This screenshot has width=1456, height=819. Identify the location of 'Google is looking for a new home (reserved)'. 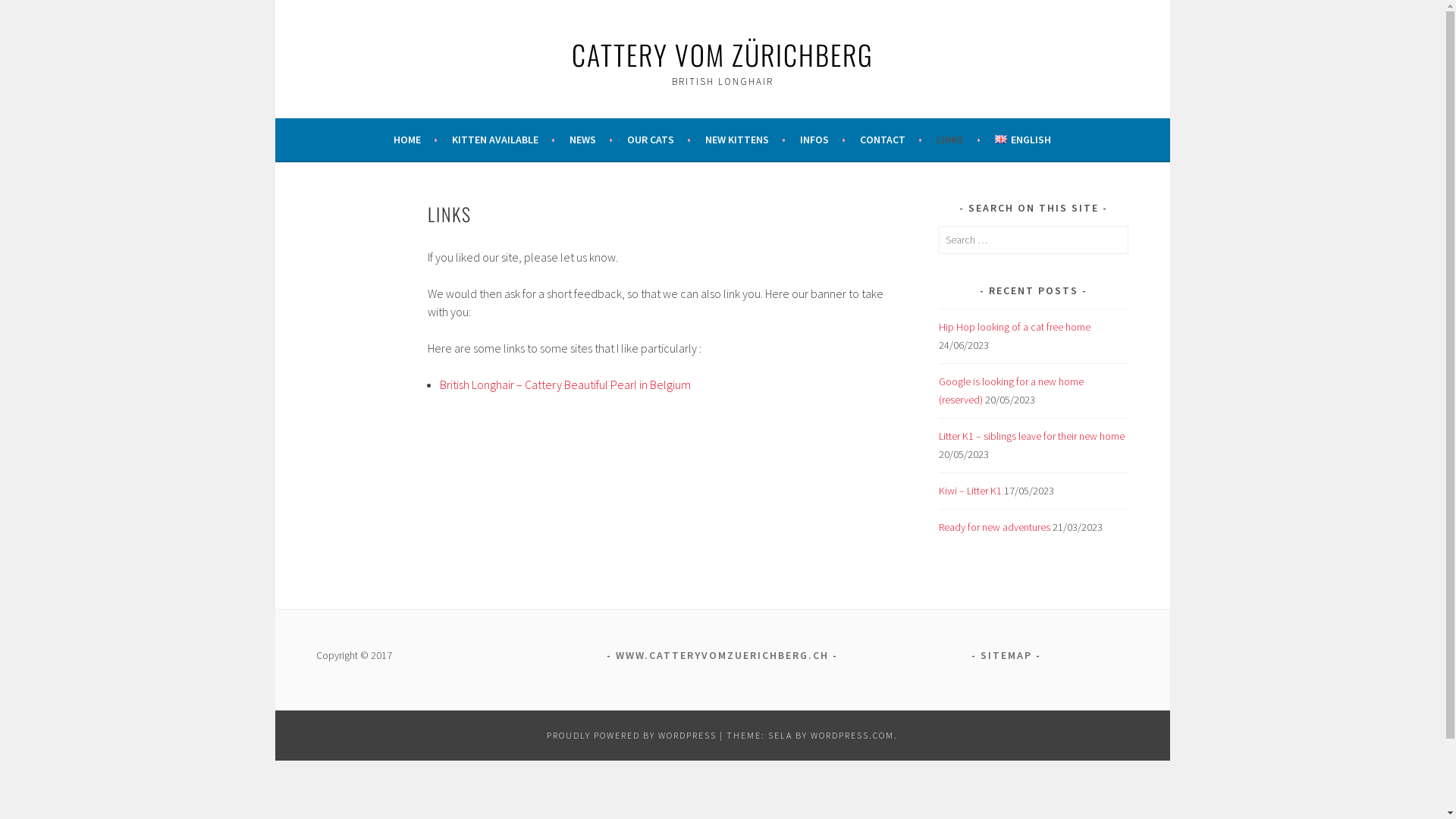
(938, 390).